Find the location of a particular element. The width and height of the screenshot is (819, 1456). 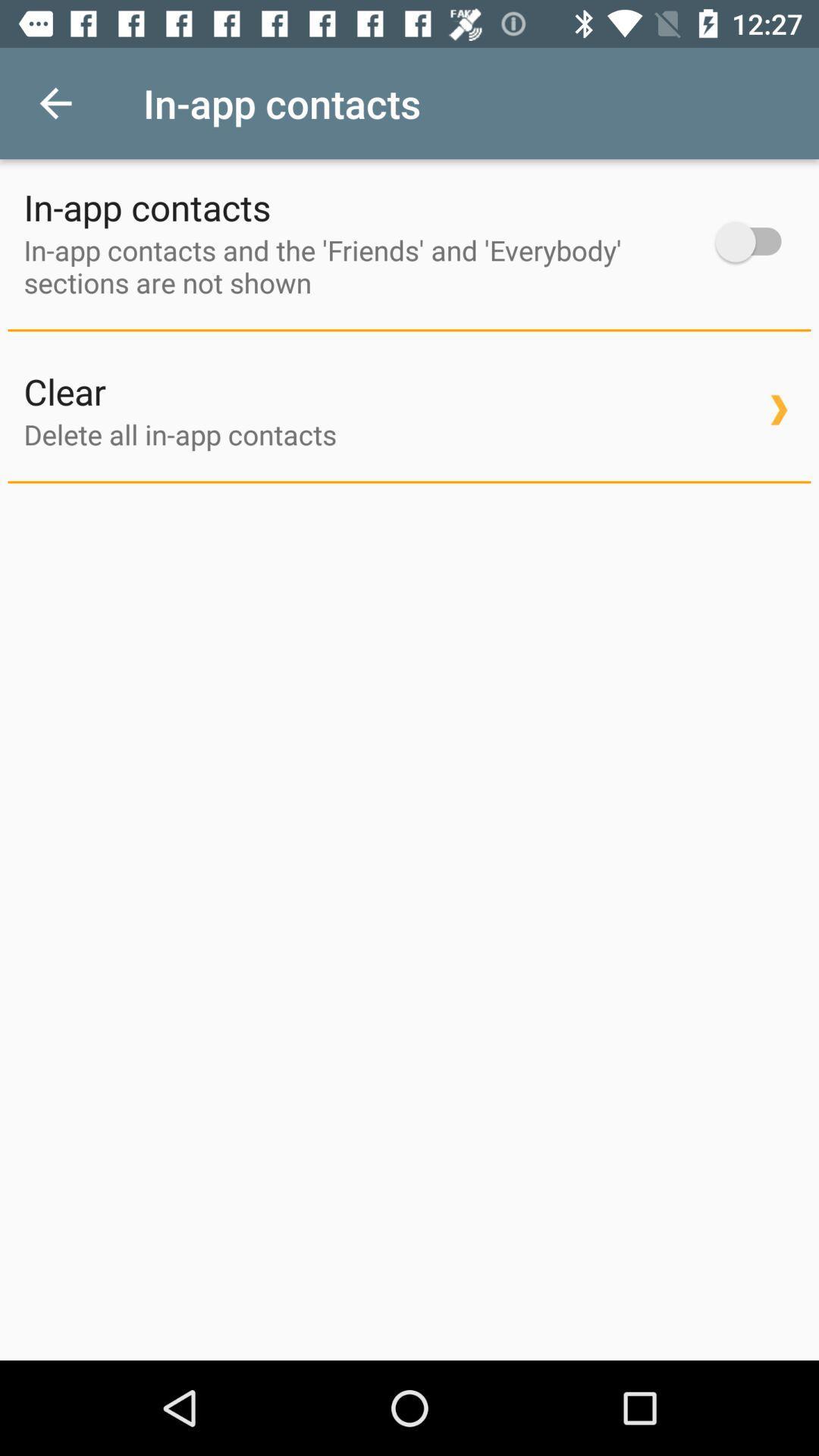

on/off toggle is located at coordinates (755, 241).